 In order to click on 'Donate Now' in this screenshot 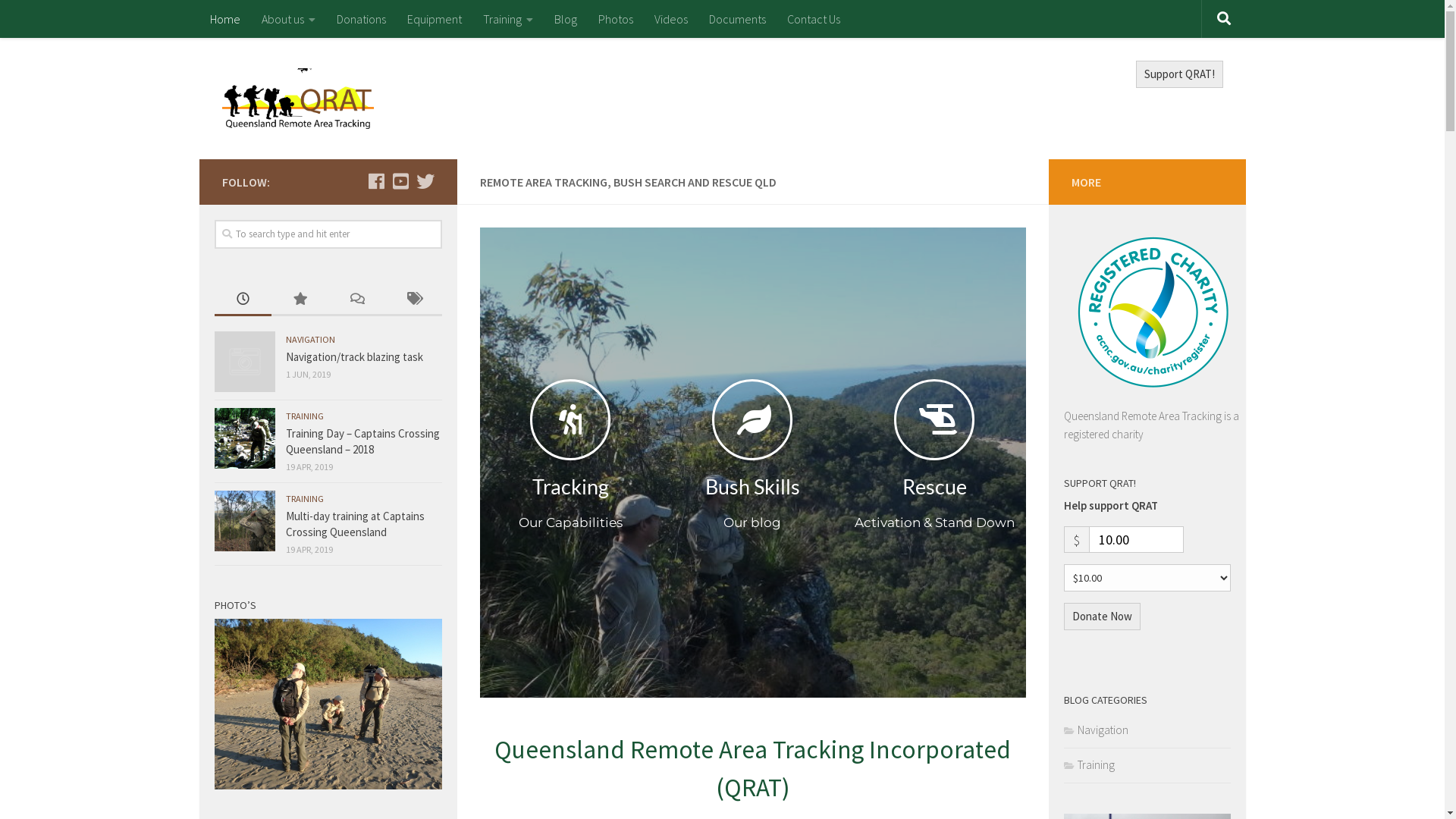, I will do `click(1101, 617)`.